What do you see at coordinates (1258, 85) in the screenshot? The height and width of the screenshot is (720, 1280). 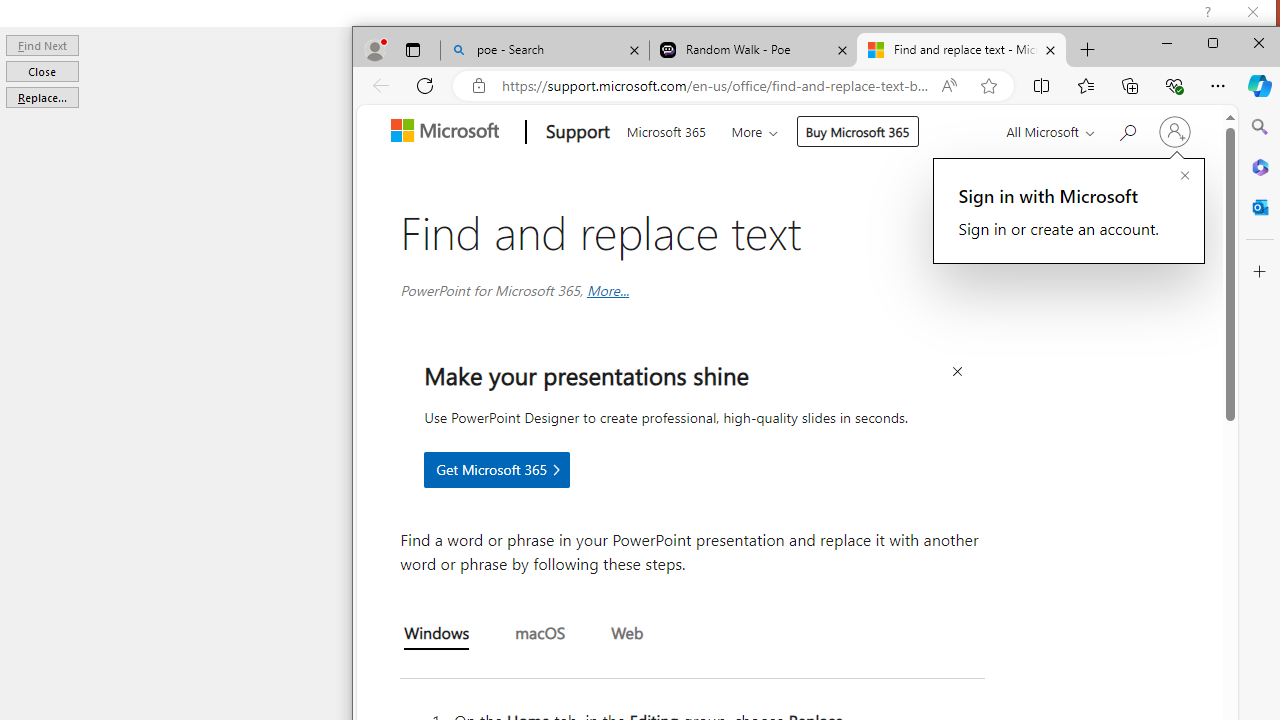 I see `'Copilot (Ctrl+Shift+.)'` at bounding box center [1258, 85].